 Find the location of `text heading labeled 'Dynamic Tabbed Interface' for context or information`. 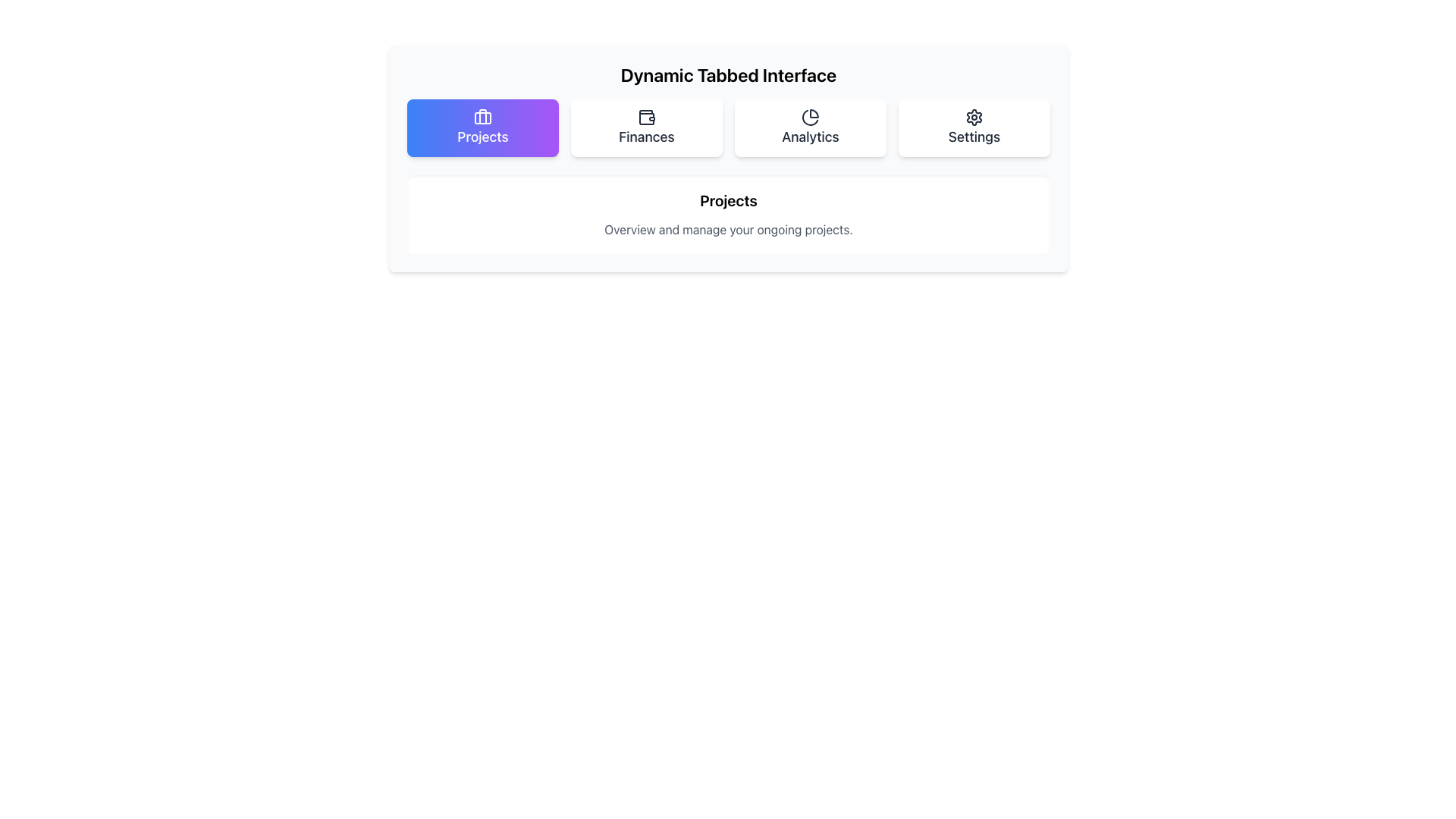

text heading labeled 'Dynamic Tabbed Interface' for context or information is located at coordinates (728, 75).